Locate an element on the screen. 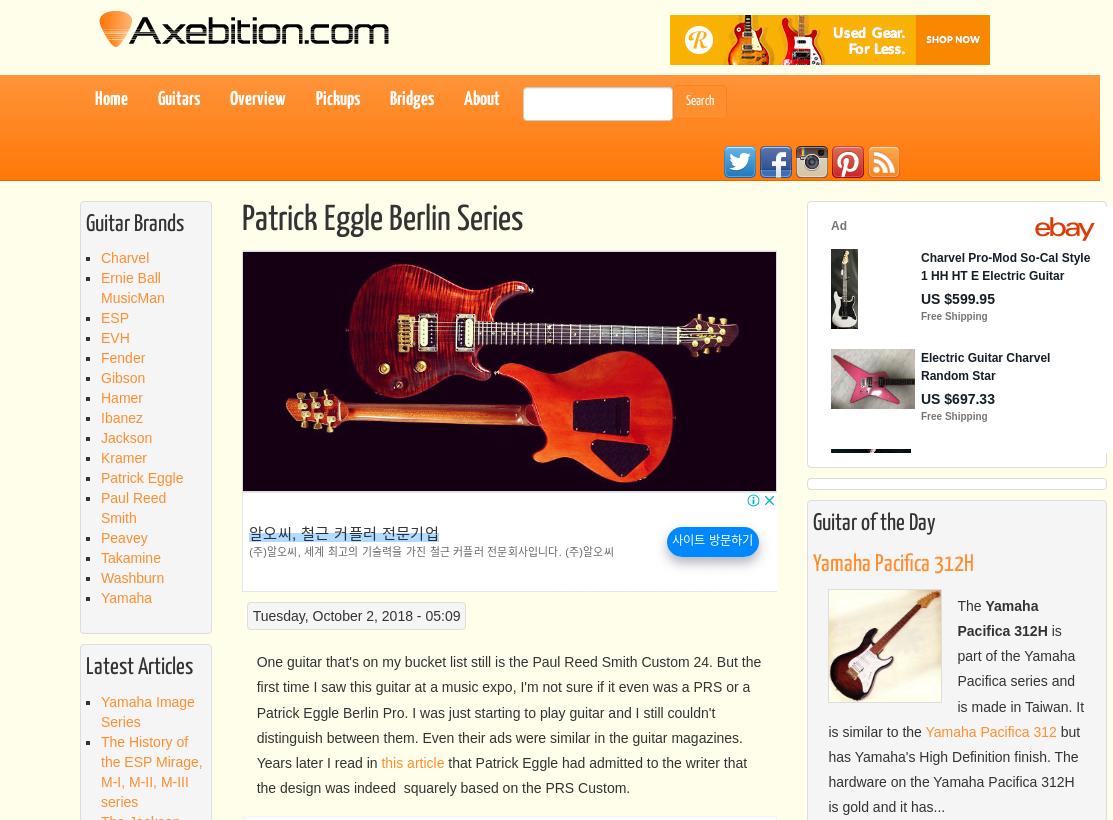  'Takamine' is located at coordinates (129, 557).